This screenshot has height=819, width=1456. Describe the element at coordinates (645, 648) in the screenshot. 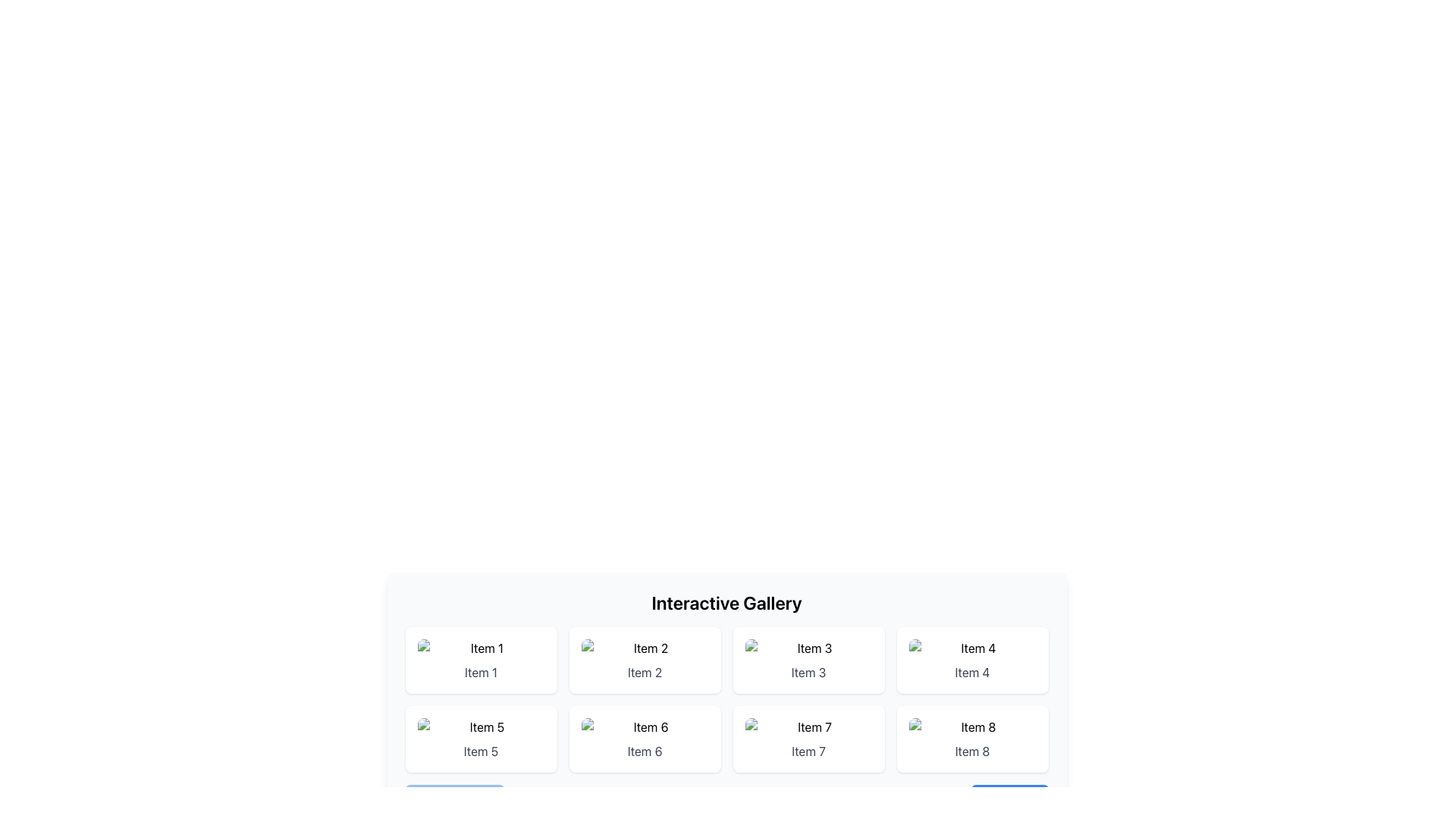

I see `the image representing 'Item 2' in the gallery layout` at that location.